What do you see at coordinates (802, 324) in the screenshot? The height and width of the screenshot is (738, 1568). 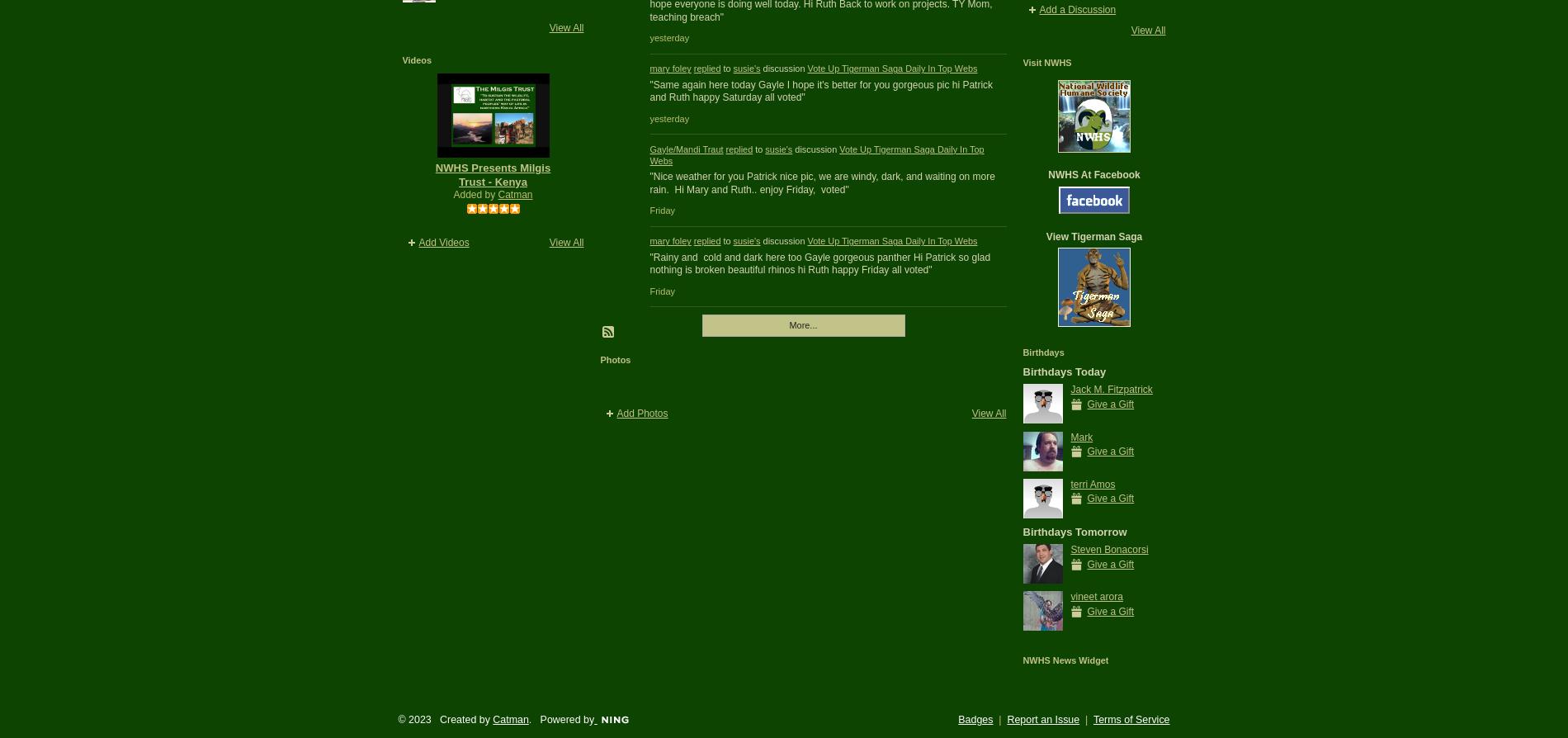 I see `'More...'` at bounding box center [802, 324].